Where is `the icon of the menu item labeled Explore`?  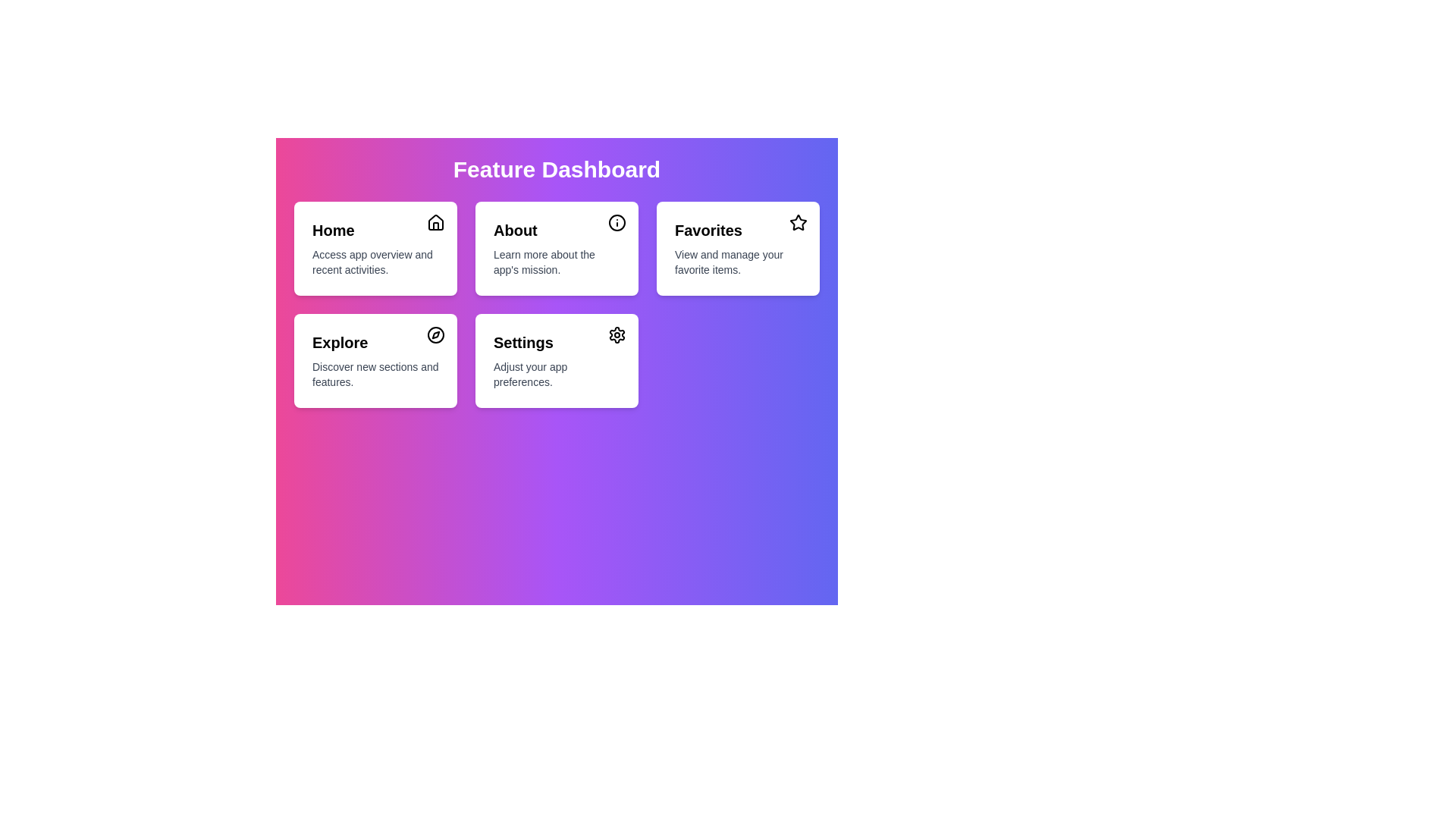 the icon of the menu item labeled Explore is located at coordinates (435, 334).